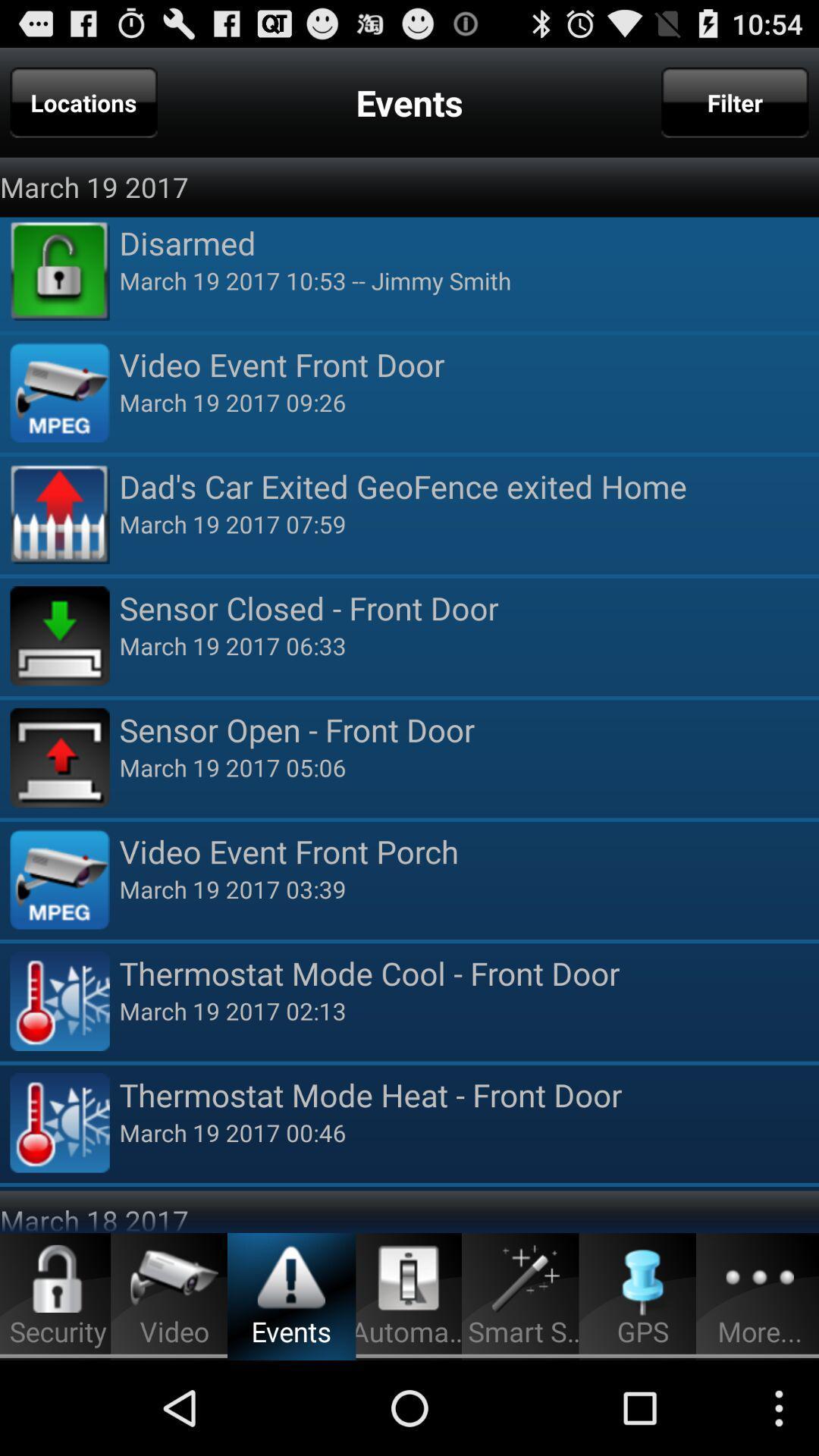 Image resolution: width=819 pixels, height=1456 pixels. Describe the element at coordinates (468, 243) in the screenshot. I see `the item above march 19 2017` at that location.